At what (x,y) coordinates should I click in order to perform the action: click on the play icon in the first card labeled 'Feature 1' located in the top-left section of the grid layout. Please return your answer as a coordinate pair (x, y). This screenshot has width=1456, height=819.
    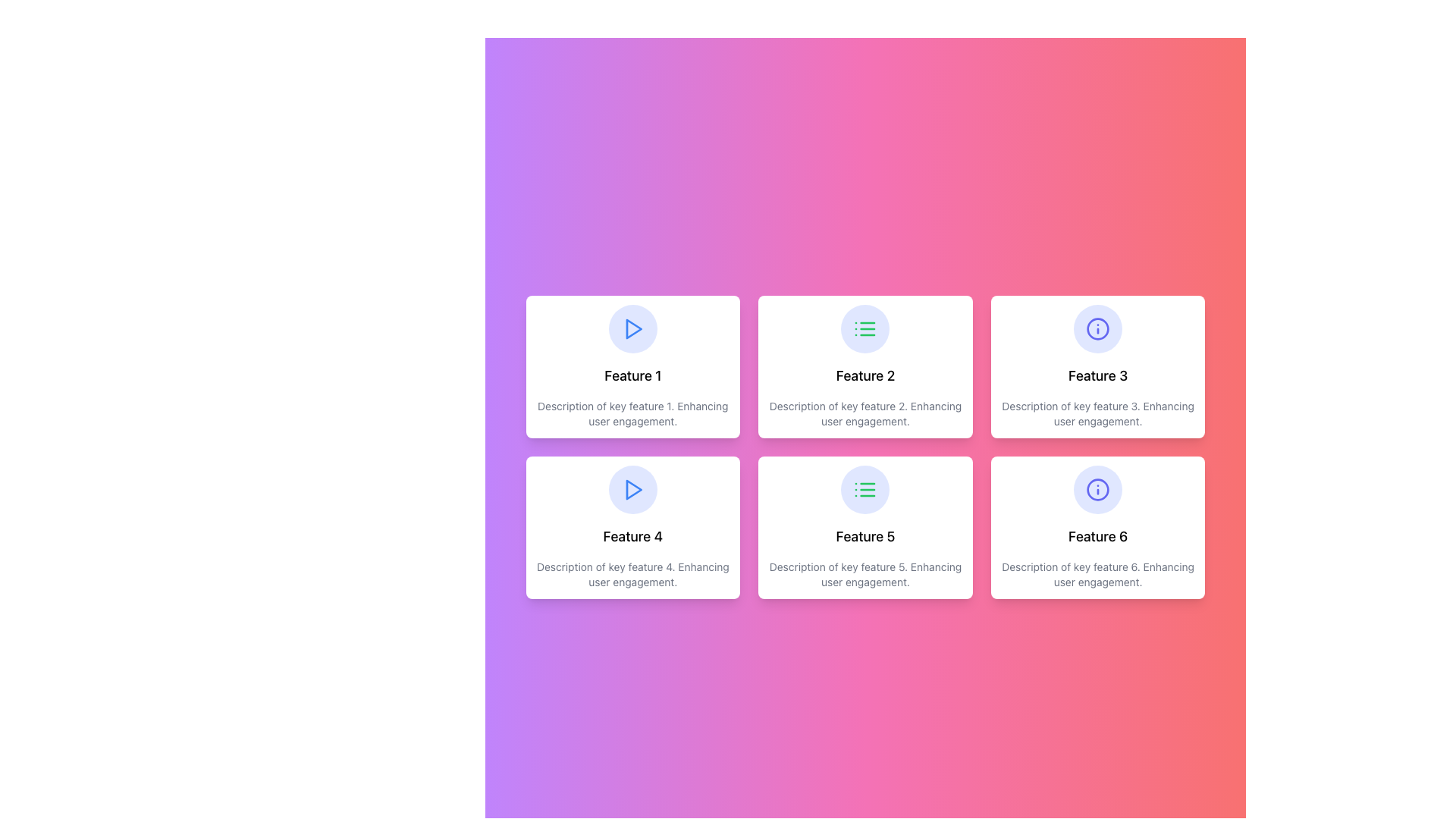
    Looking at the image, I should click on (632, 328).